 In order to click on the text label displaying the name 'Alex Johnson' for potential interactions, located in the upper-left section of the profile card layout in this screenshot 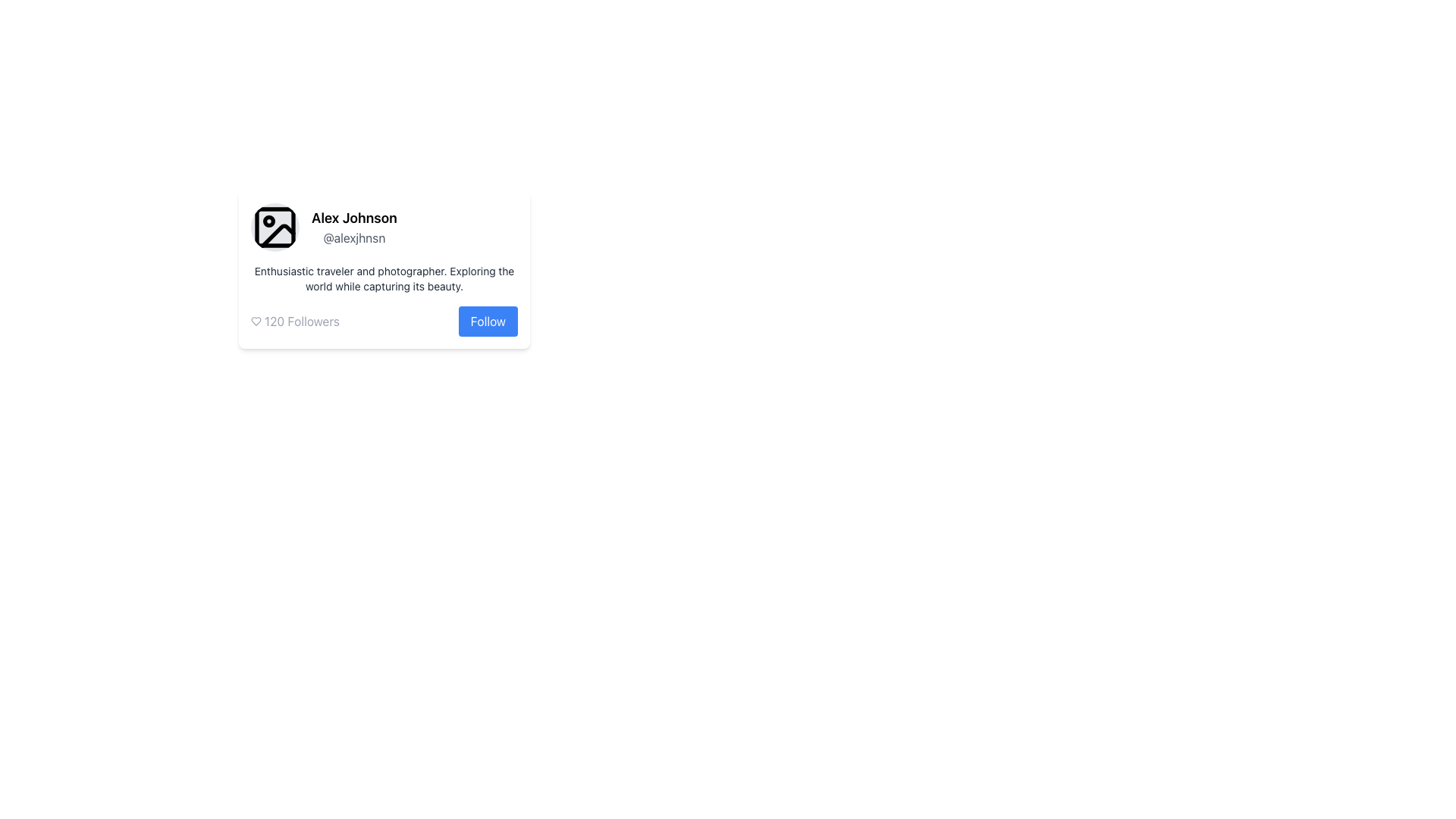, I will do `click(353, 218)`.